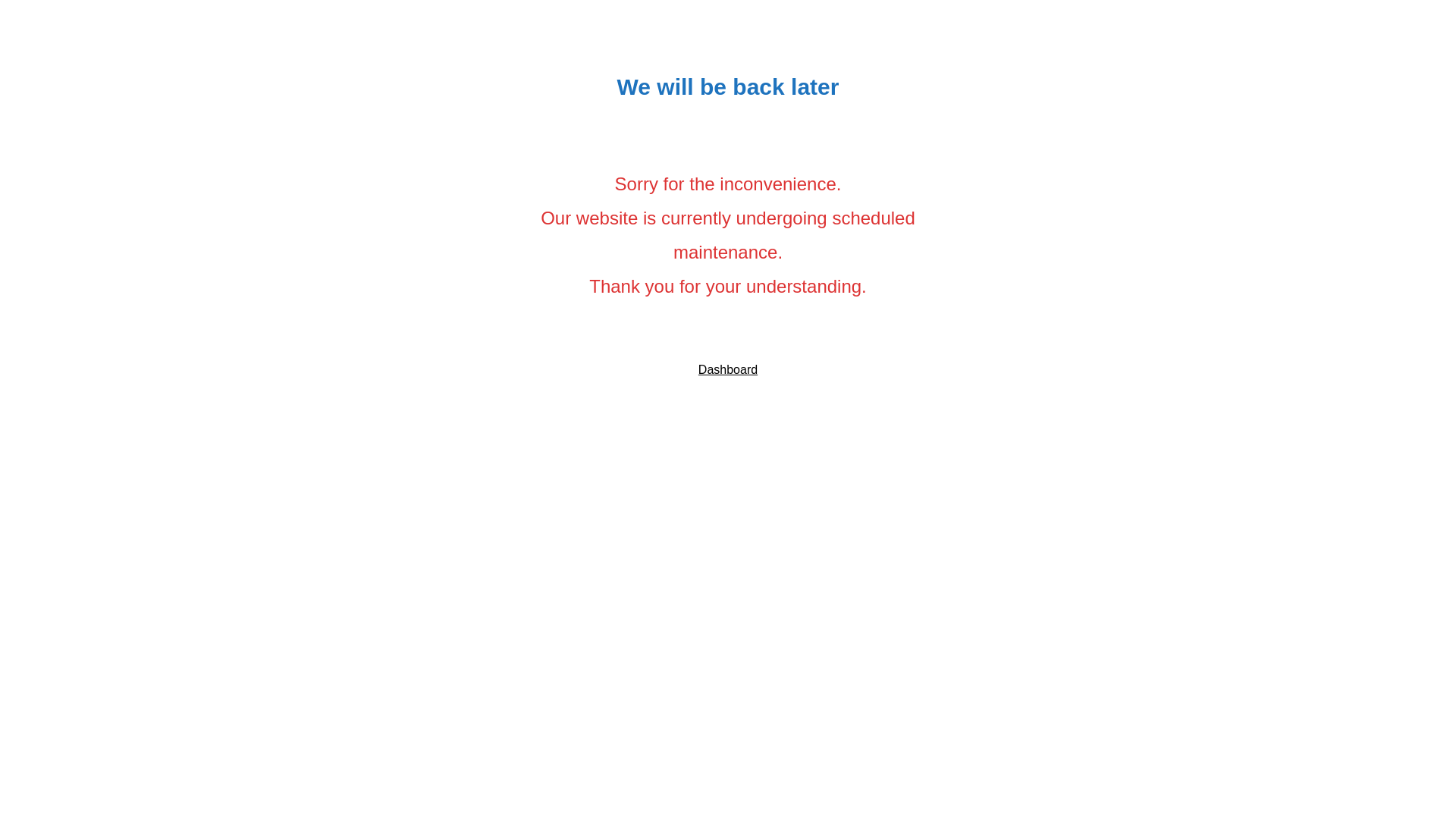 The height and width of the screenshot is (819, 1456). What do you see at coordinates (728, 369) in the screenshot?
I see `'Dashboard'` at bounding box center [728, 369].